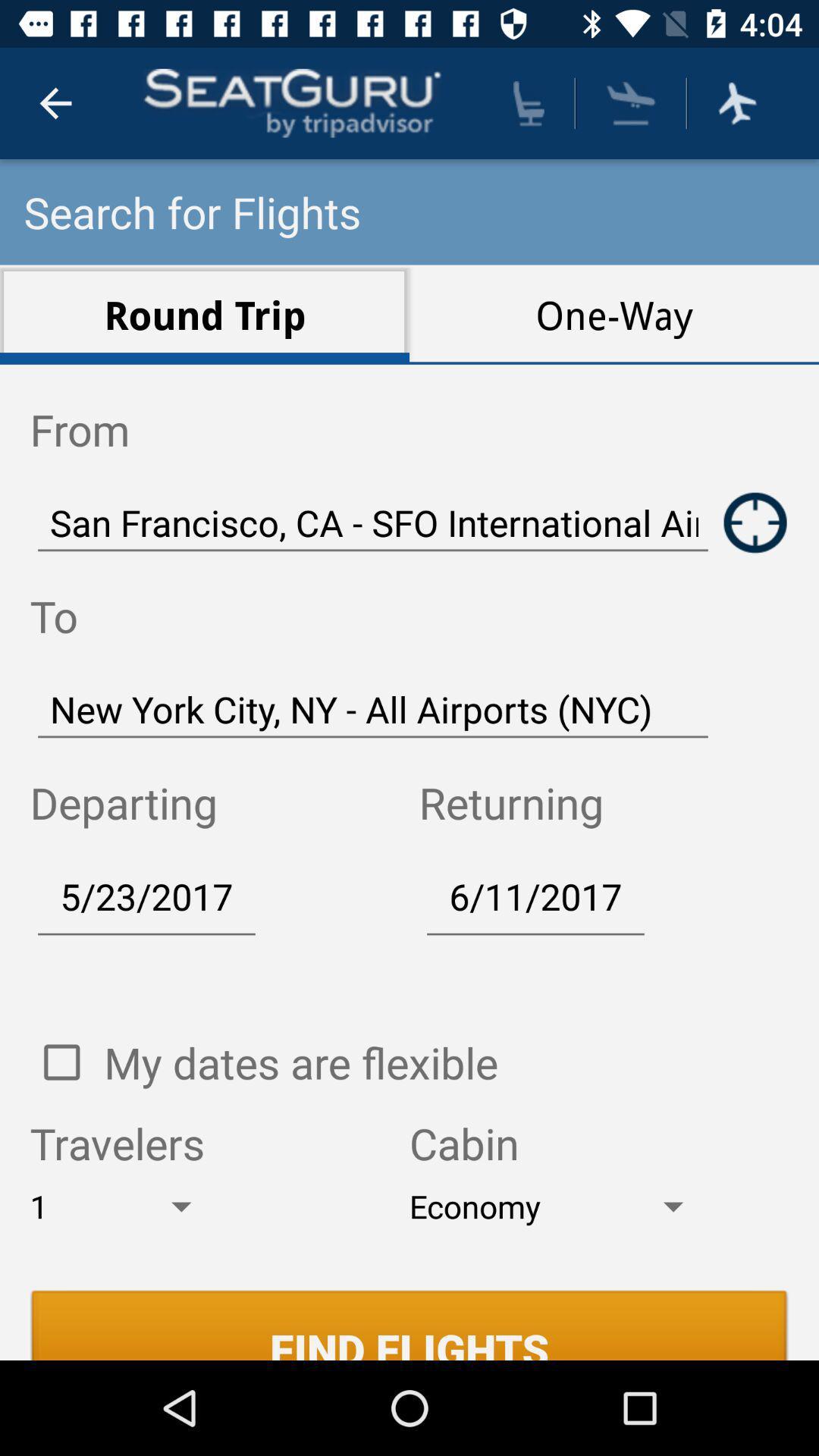 This screenshot has width=819, height=1456. I want to click on the item to the right of 5/23/2017 icon, so click(535, 896).